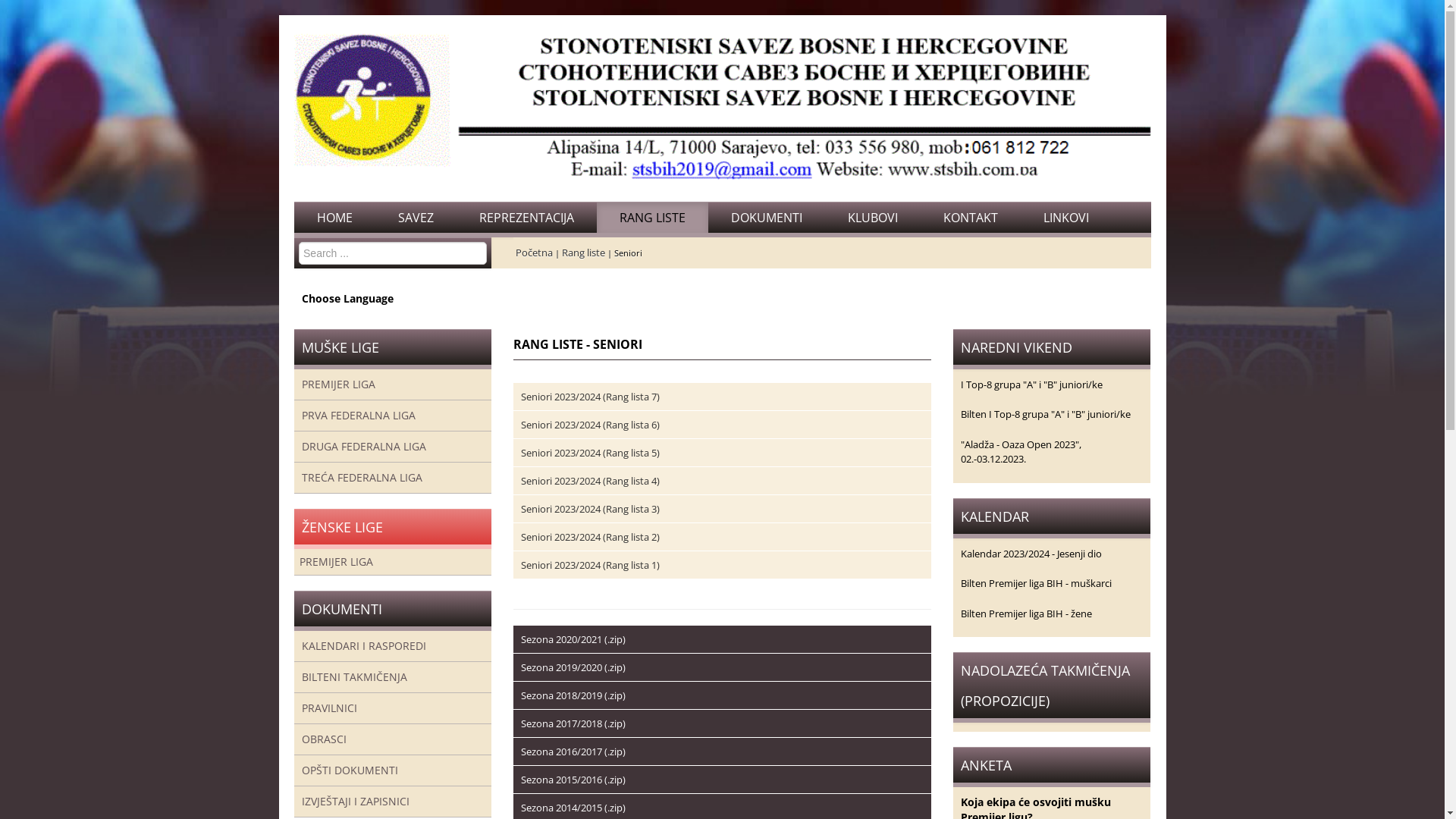 This screenshot has height=819, width=1456. What do you see at coordinates (582, 251) in the screenshot?
I see `'Rang liste'` at bounding box center [582, 251].